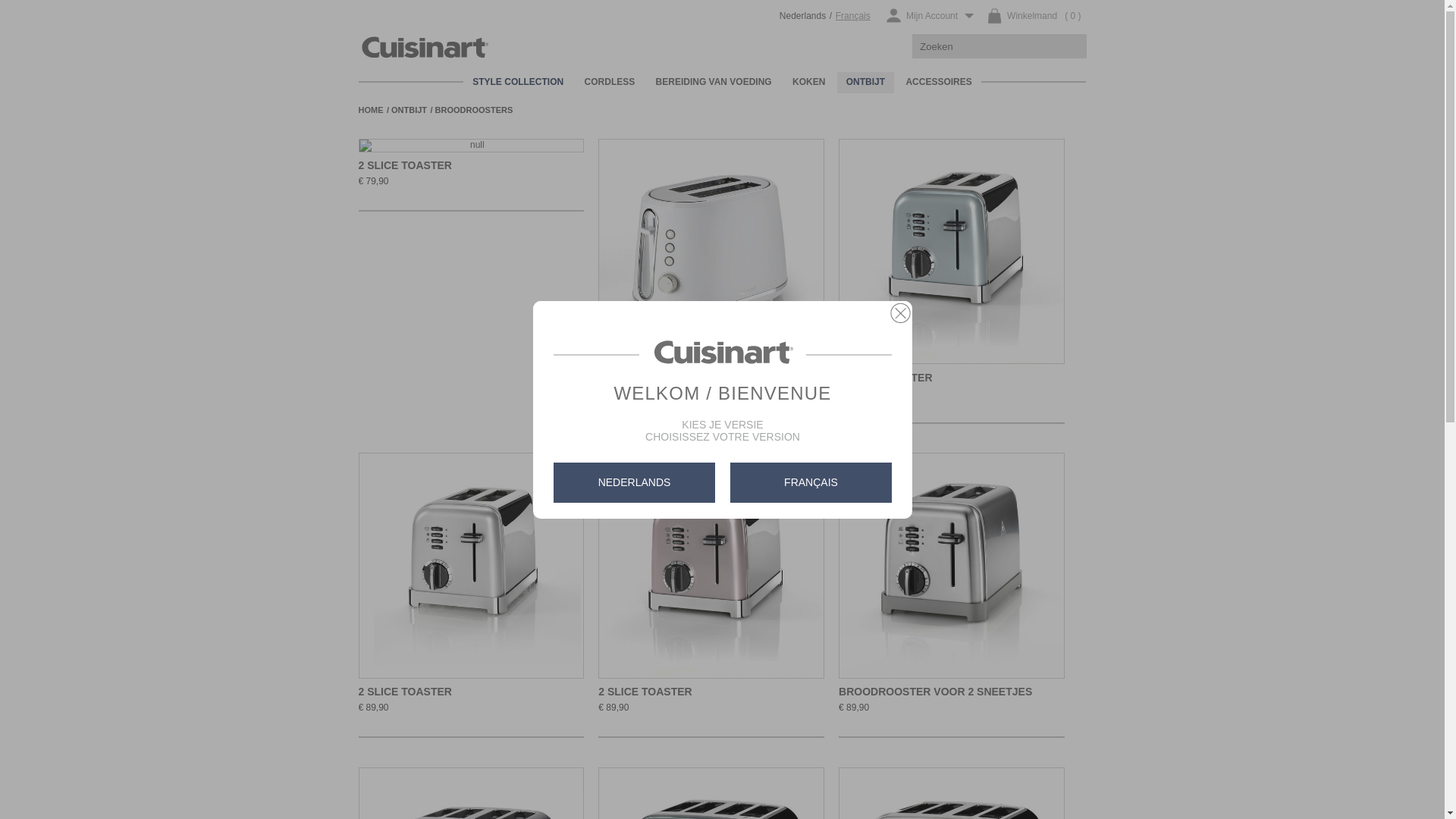 The height and width of the screenshot is (819, 1456). Describe the element at coordinates (372, 109) in the screenshot. I see `'HOME'` at that location.